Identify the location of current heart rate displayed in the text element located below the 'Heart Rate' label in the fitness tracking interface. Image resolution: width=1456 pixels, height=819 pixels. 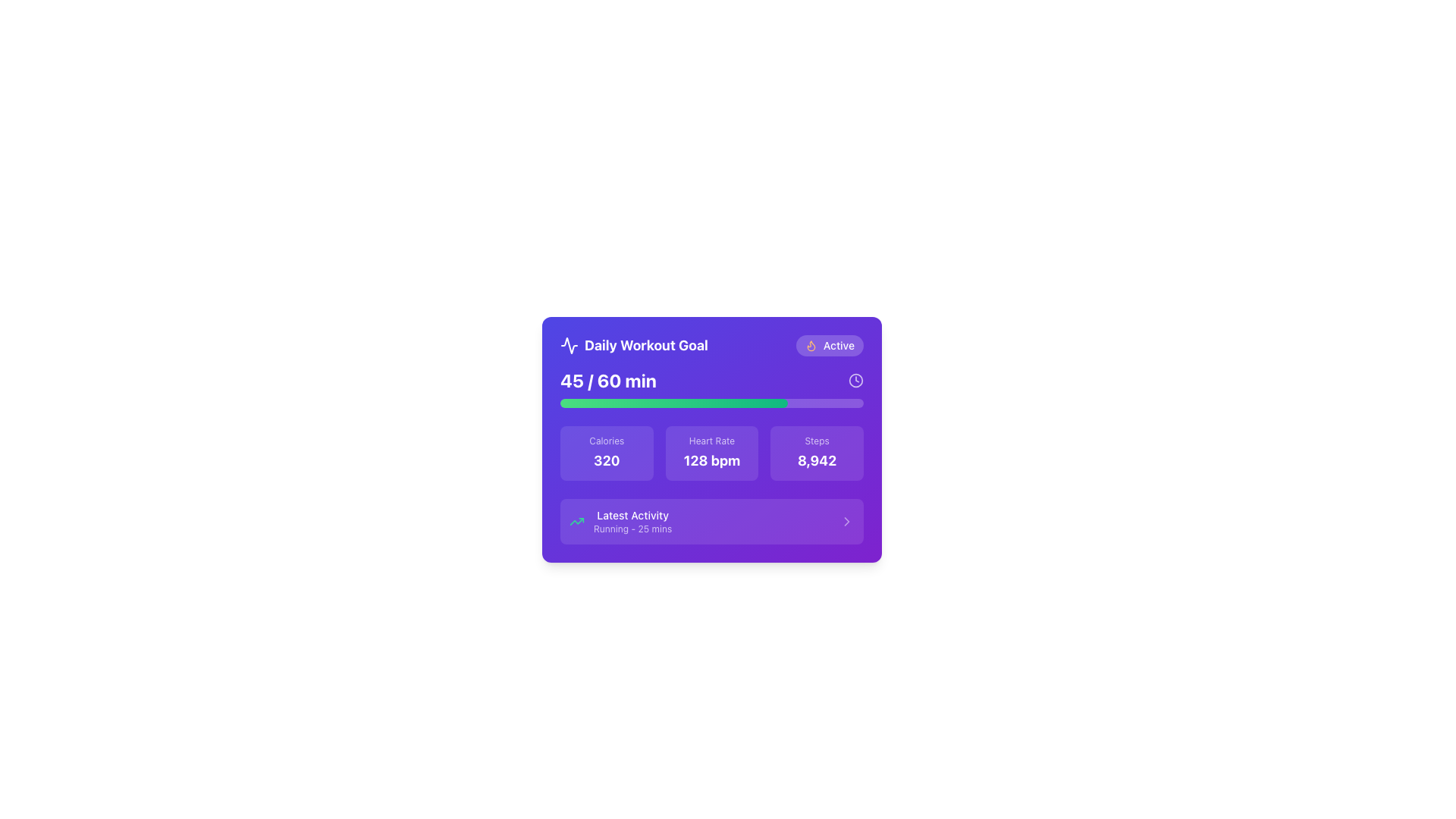
(711, 460).